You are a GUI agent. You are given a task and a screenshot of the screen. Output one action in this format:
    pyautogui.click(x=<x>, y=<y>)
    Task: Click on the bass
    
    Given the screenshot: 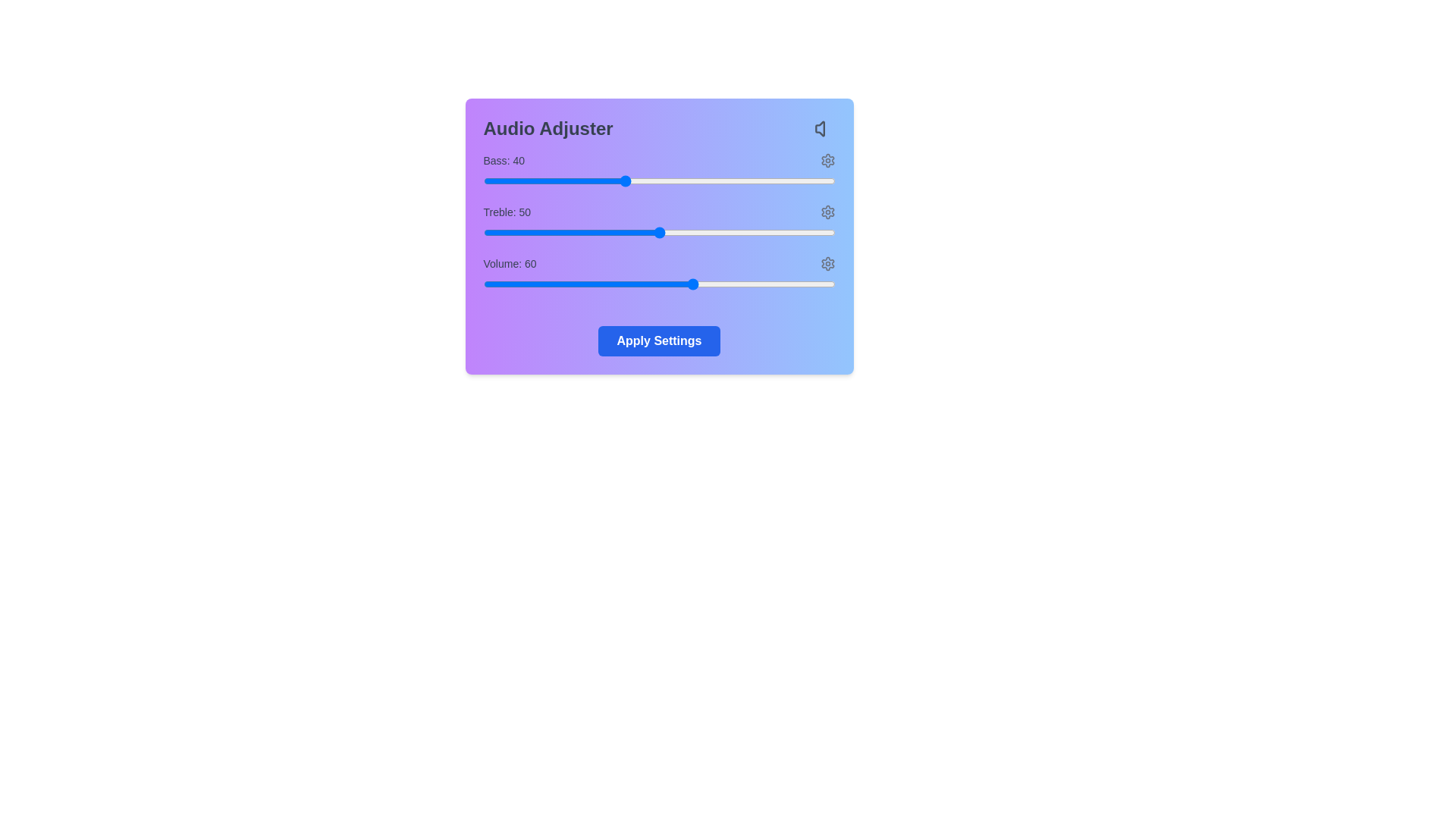 What is the action you would take?
    pyautogui.click(x=577, y=174)
    